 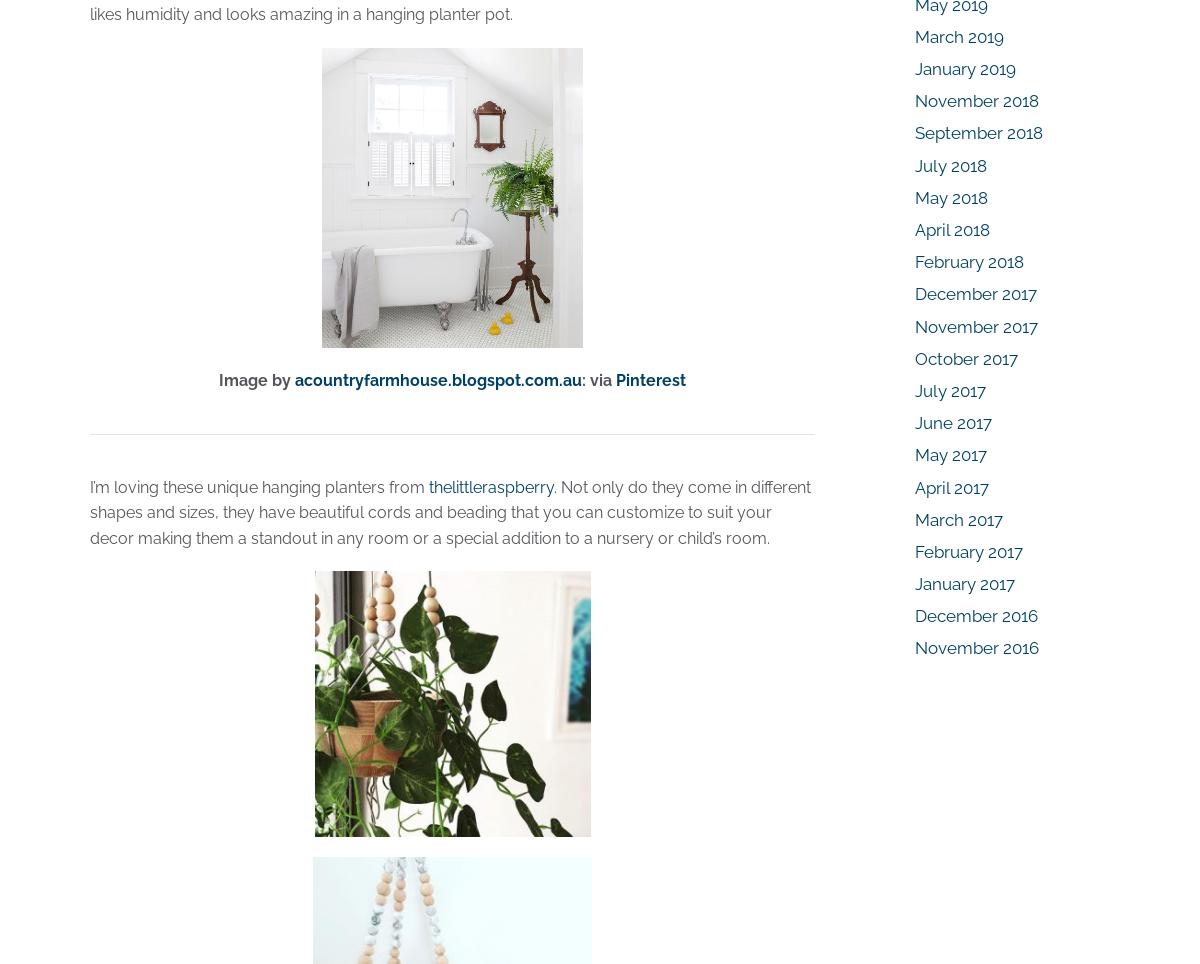 What do you see at coordinates (976, 615) in the screenshot?
I see `'December 2016'` at bounding box center [976, 615].